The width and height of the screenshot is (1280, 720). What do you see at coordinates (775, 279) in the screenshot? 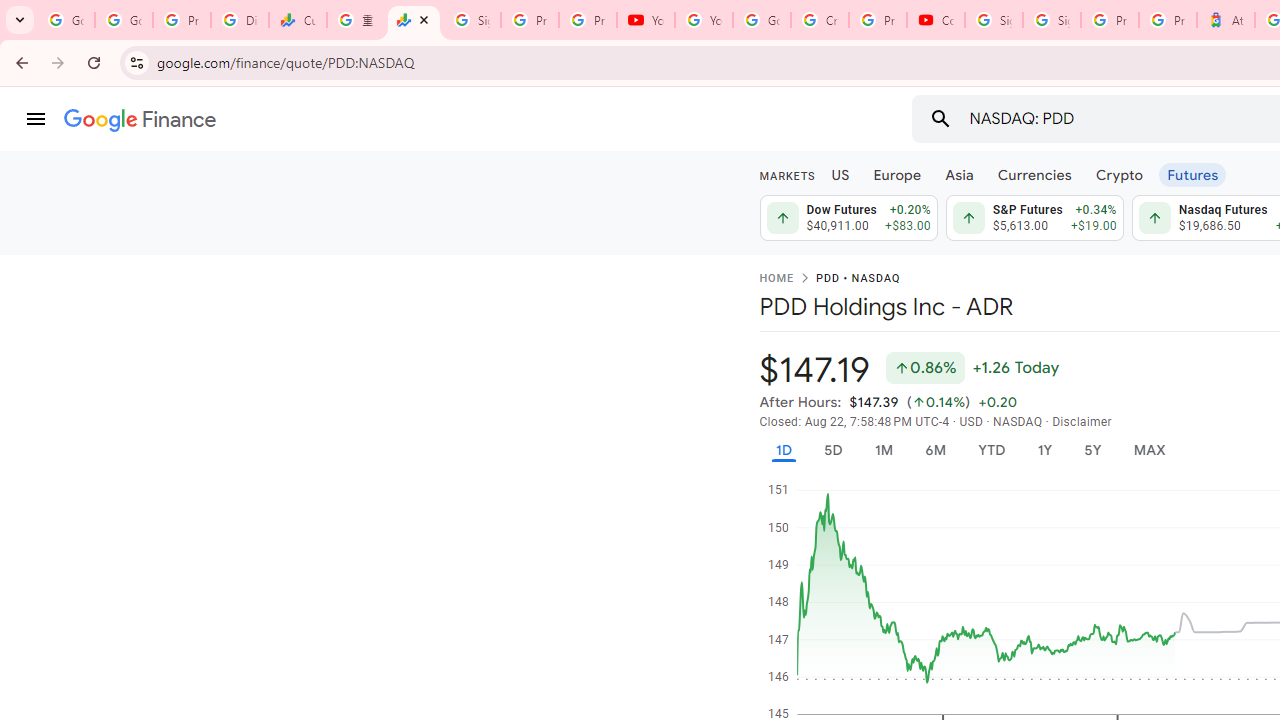
I see `'HOME'` at bounding box center [775, 279].